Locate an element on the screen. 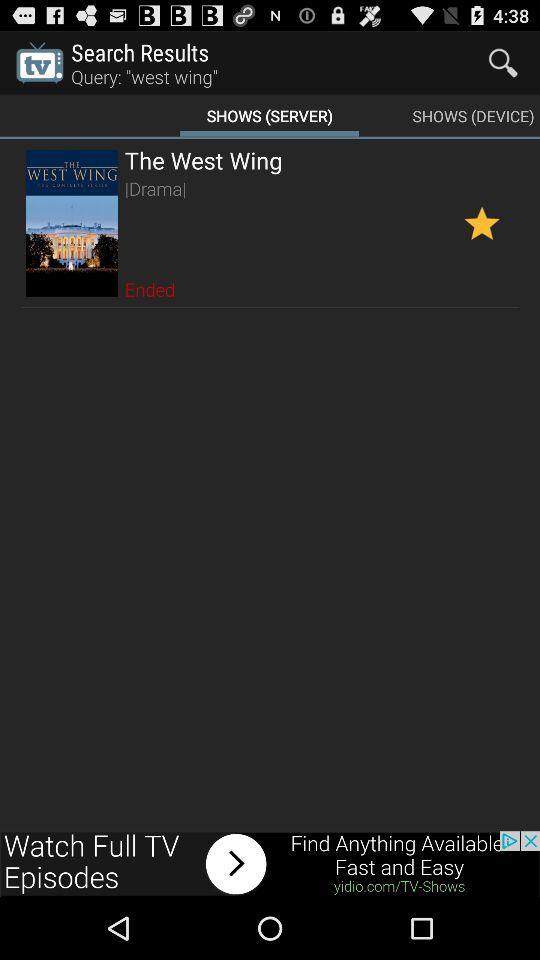 This screenshot has width=540, height=960. favorite option is located at coordinates (481, 223).